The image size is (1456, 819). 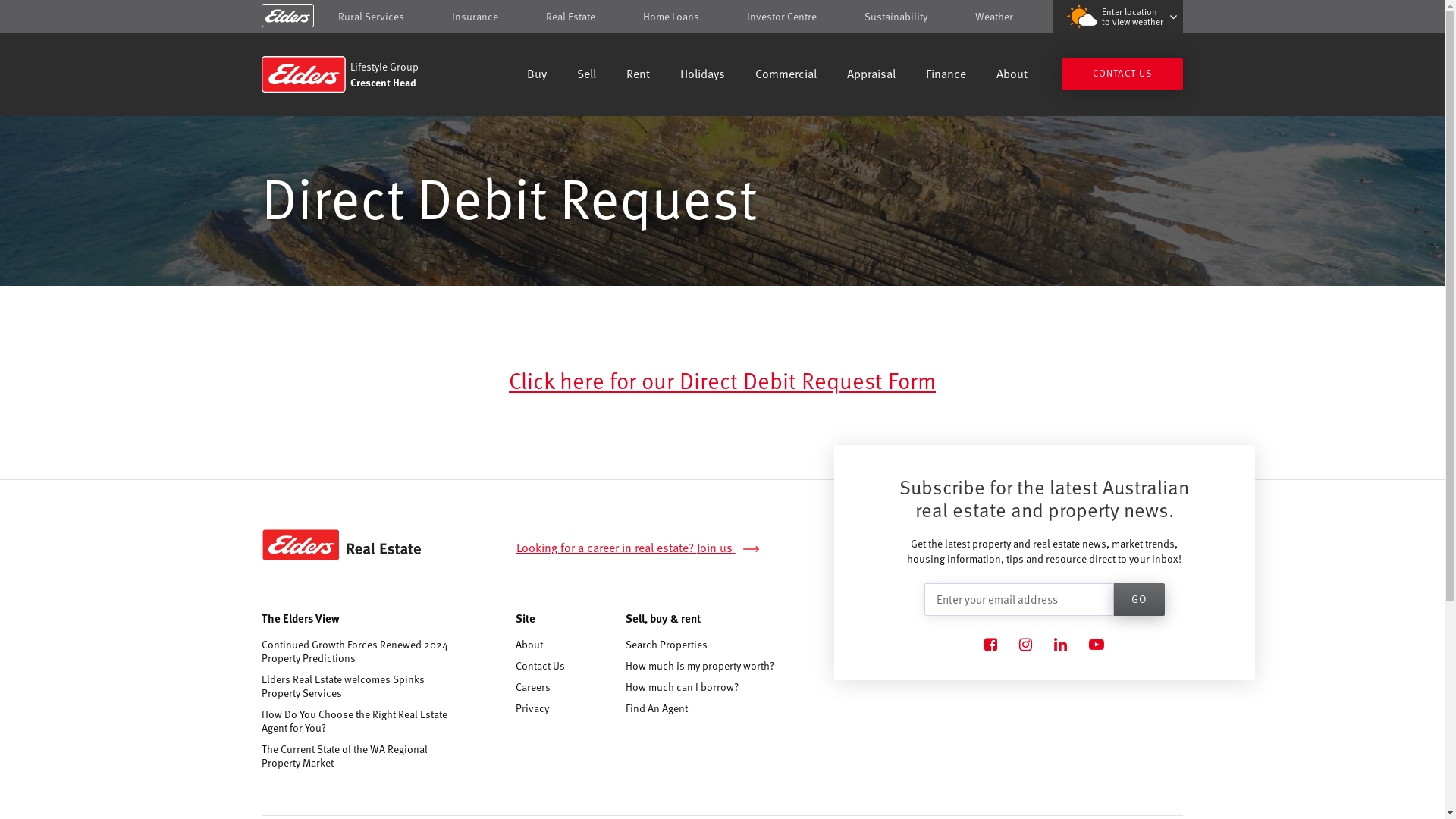 What do you see at coordinates (786, 75) in the screenshot?
I see `'Commercial'` at bounding box center [786, 75].